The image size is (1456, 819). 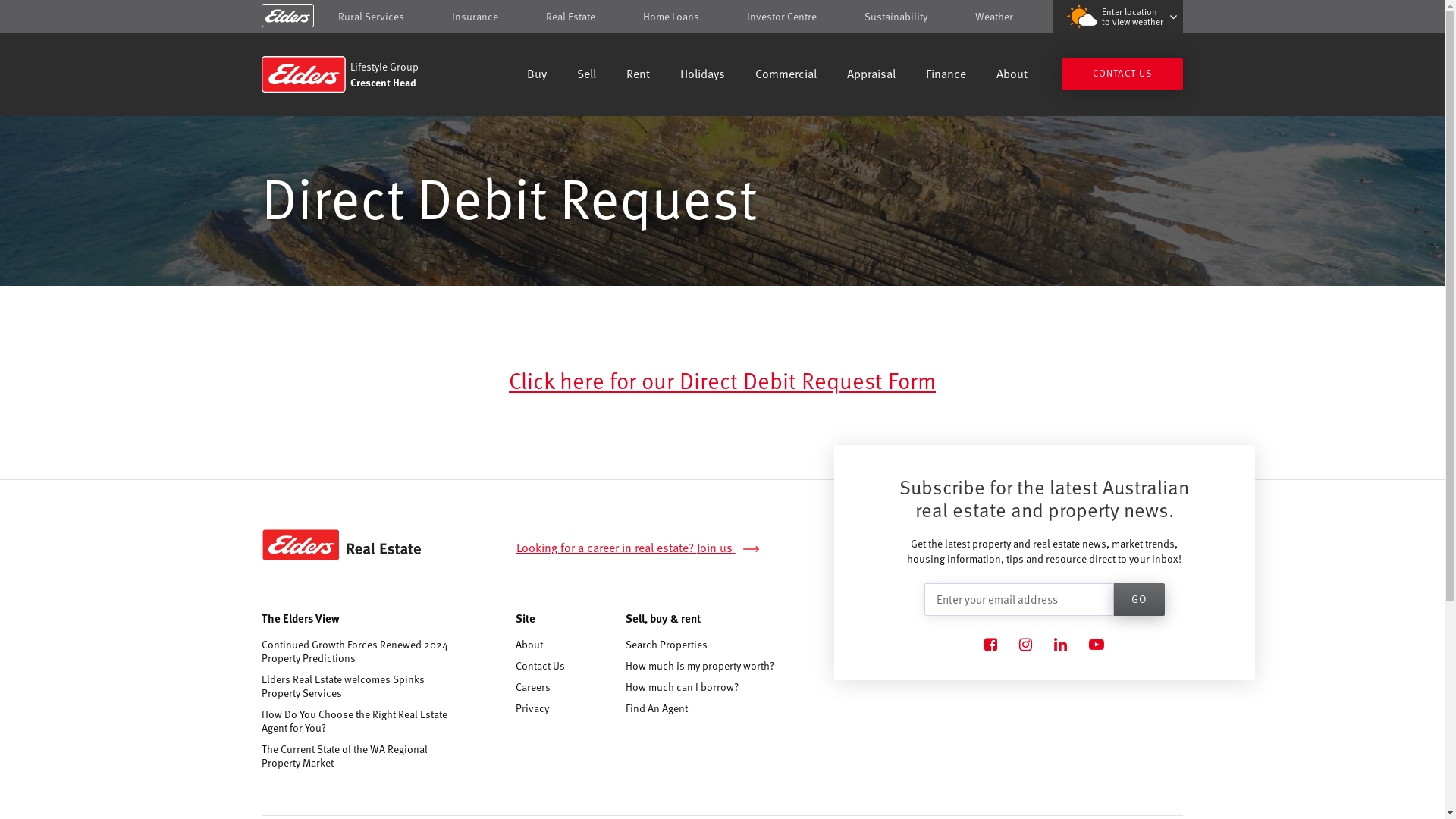 What do you see at coordinates (786, 75) in the screenshot?
I see `'Commercial'` at bounding box center [786, 75].